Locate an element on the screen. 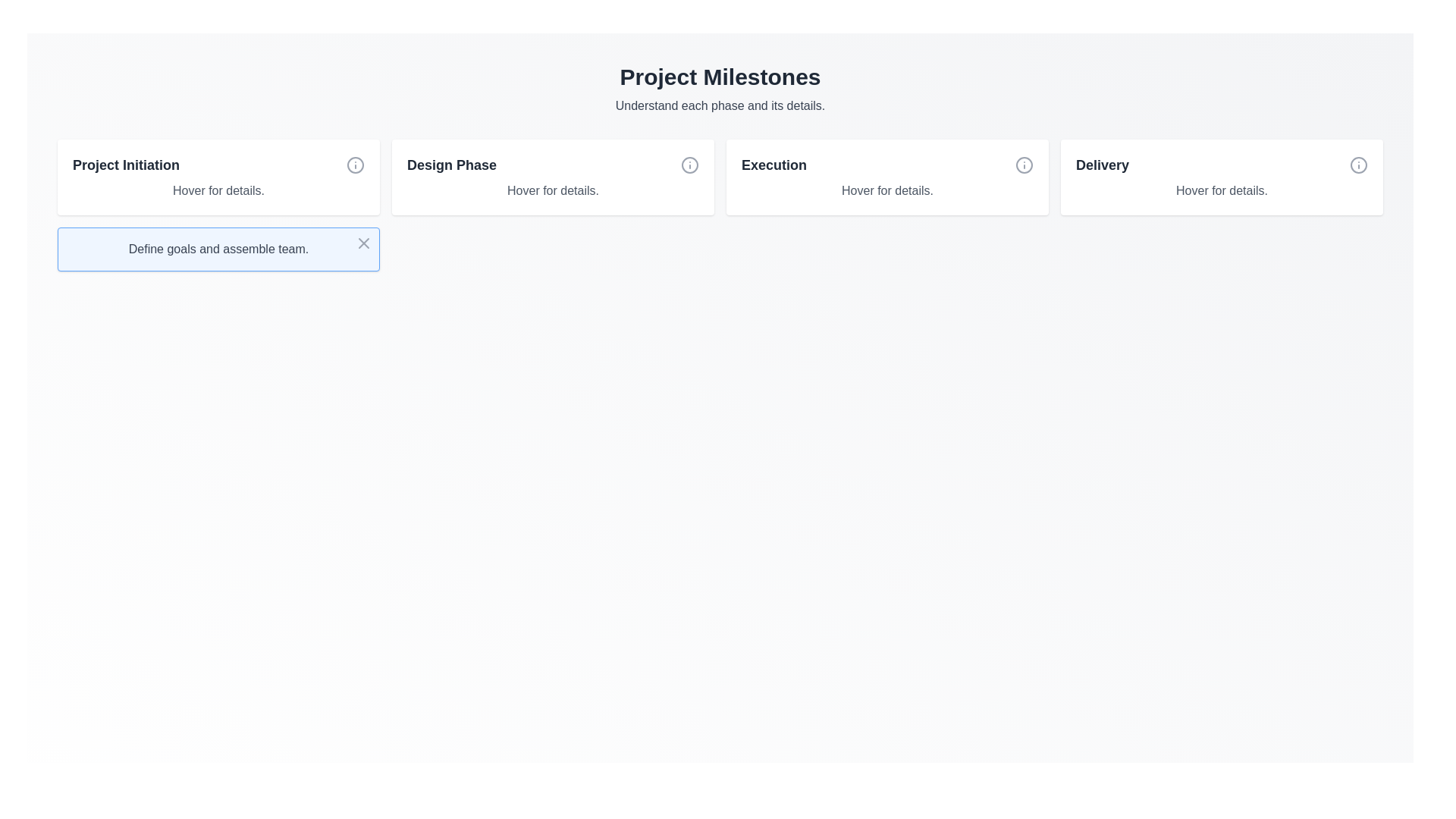 This screenshot has width=1456, height=819. the text label displaying 'Hover for details.' which is located below the title 'Execution' in the interface is located at coordinates (887, 190).